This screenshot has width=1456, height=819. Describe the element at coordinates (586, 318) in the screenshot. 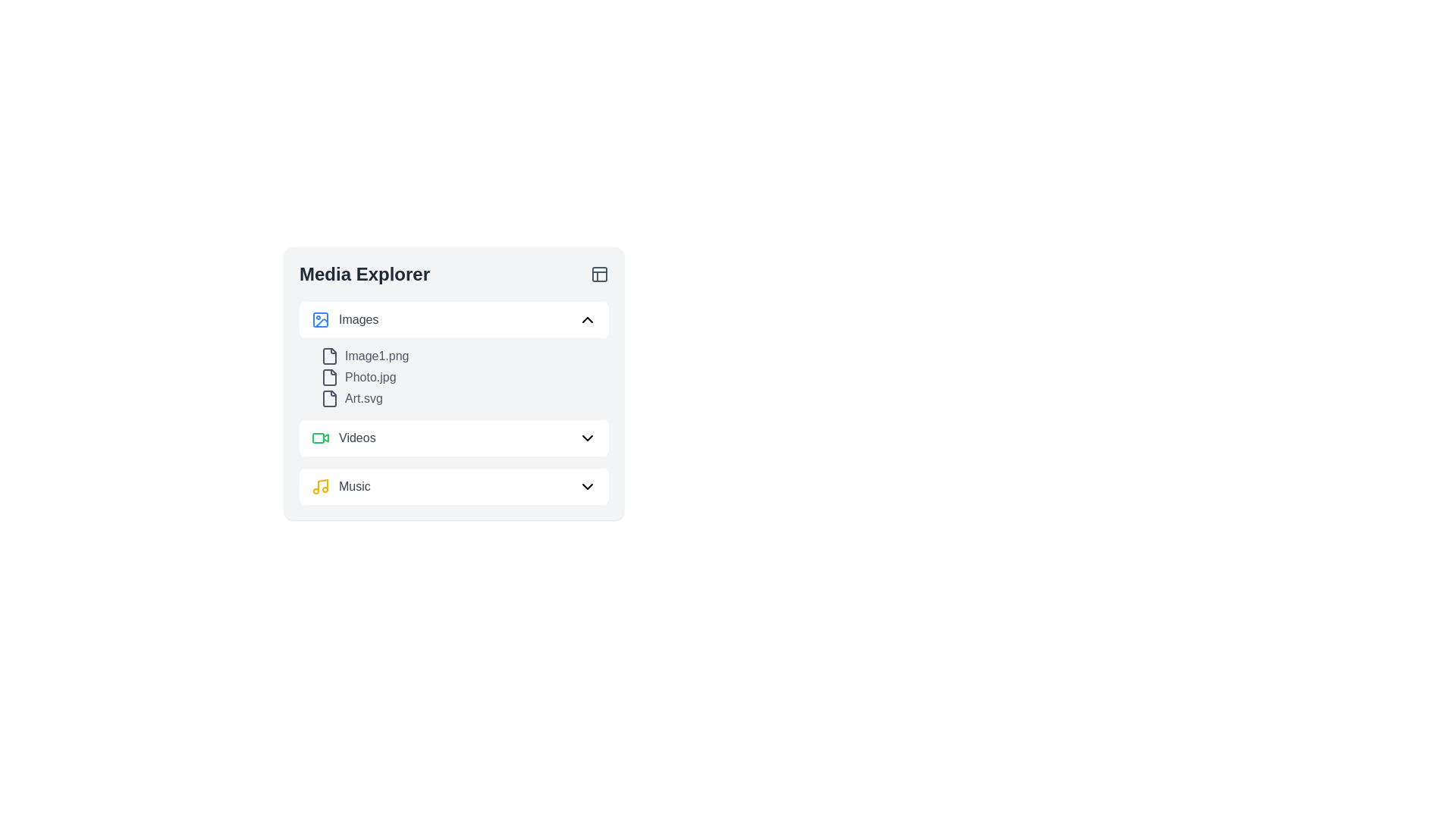

I see `the upward-pointing chevron icon next to the 'Images' label` at that location.